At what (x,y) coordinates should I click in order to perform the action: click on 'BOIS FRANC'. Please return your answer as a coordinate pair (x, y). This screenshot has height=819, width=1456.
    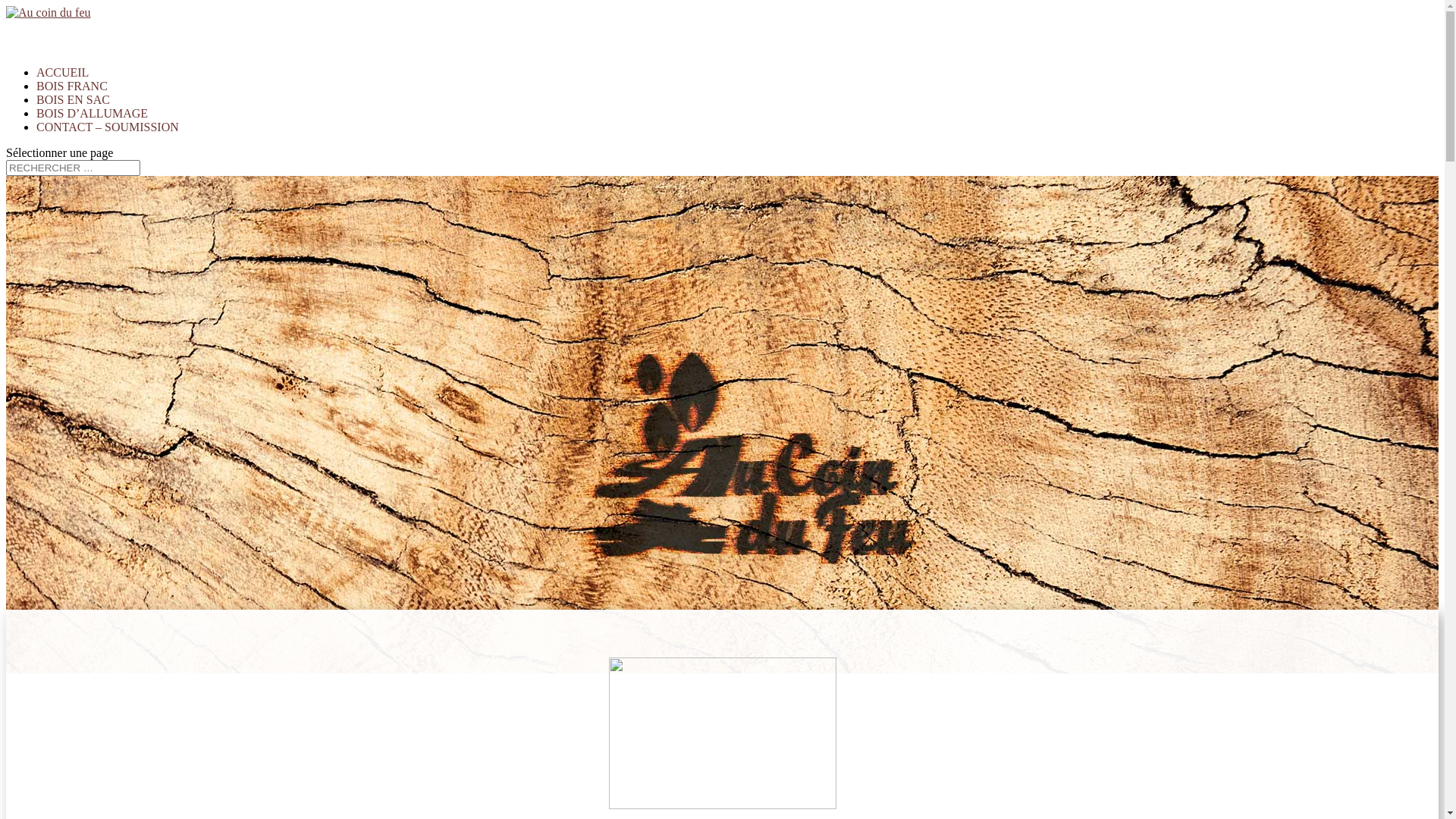
    Looking at the image, I should click on (36, 102).